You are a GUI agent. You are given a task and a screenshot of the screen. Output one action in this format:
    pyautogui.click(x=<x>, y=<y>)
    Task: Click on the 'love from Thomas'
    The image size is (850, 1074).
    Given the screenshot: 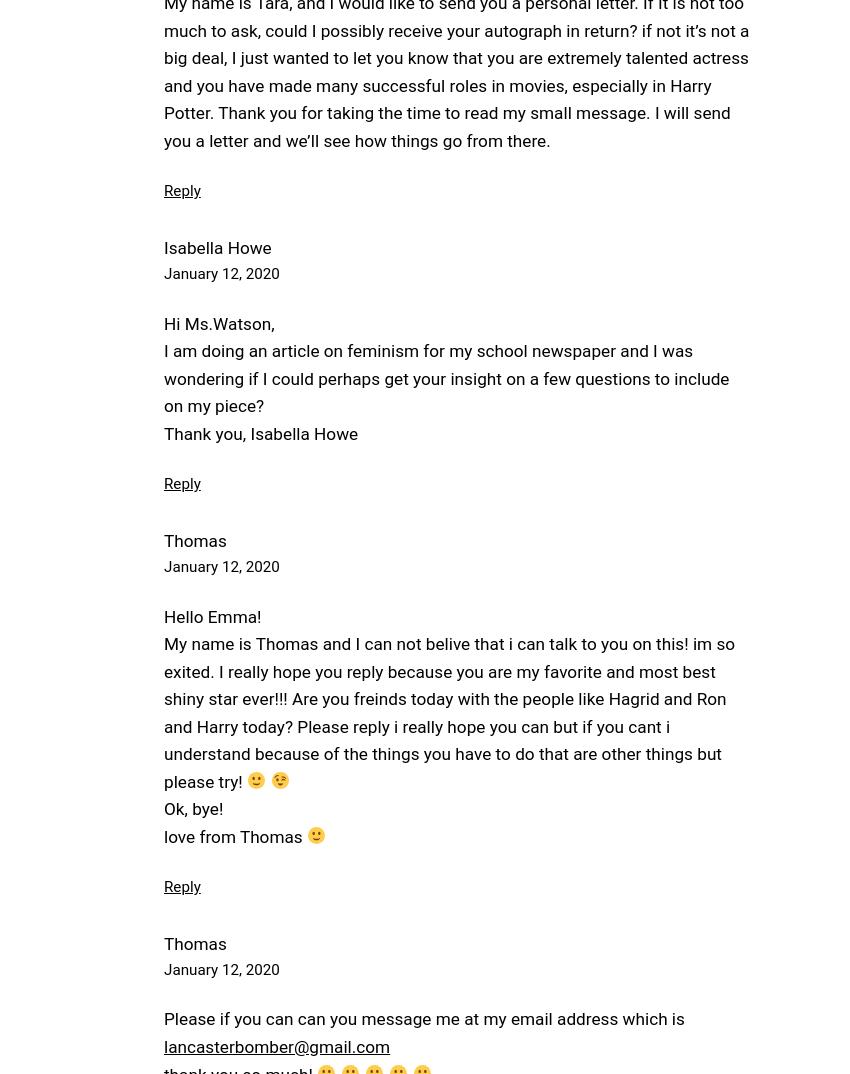 What is the action you would take?
    pyautogui.click(x=235, y=836)
    